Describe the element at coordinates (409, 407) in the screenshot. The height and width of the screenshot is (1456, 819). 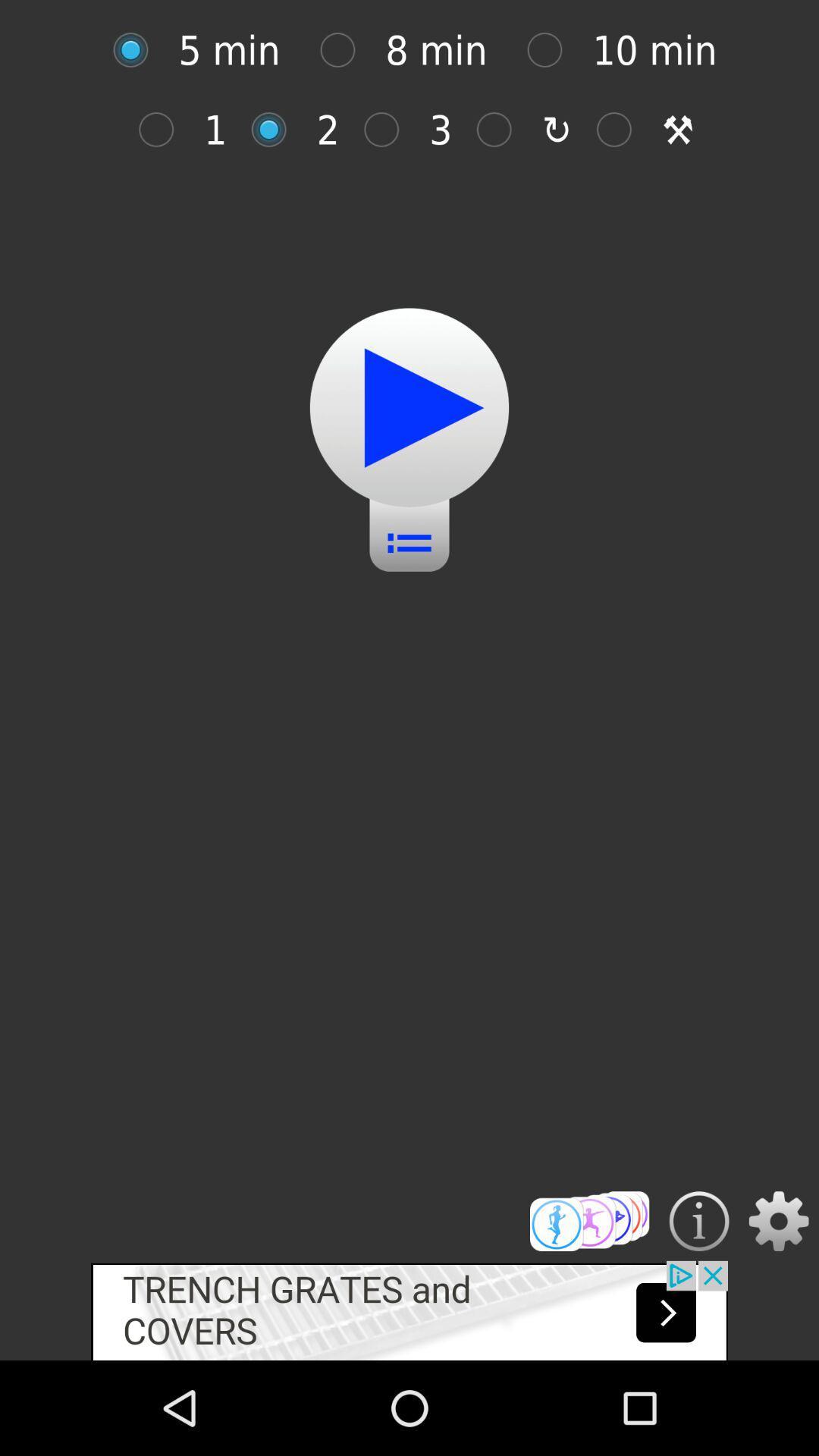
I see `pale` at that location.